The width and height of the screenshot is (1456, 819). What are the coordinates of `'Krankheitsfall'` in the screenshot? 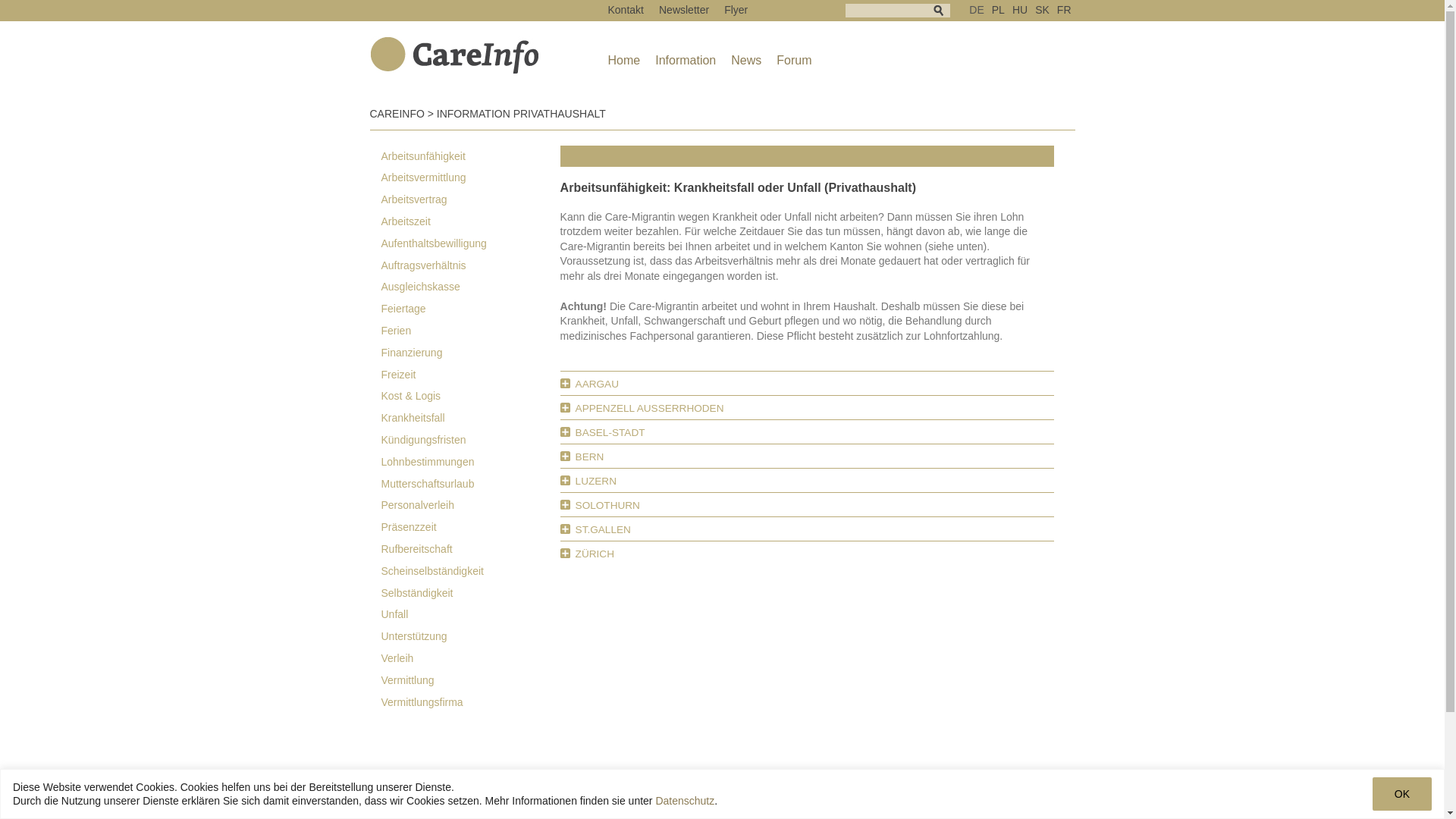 It's located at (469, 418).